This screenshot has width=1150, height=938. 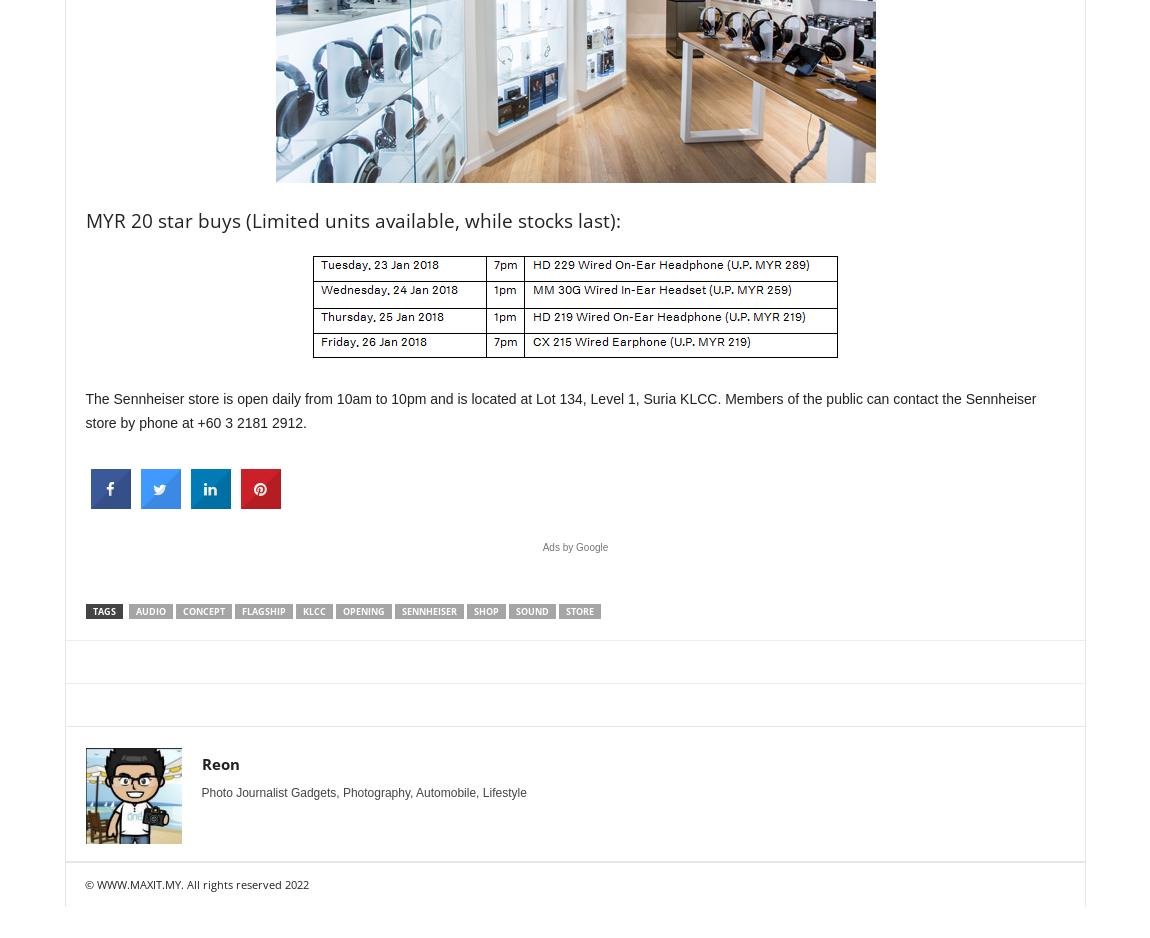 I want to click on 'sound', so click(x=531, y=611).